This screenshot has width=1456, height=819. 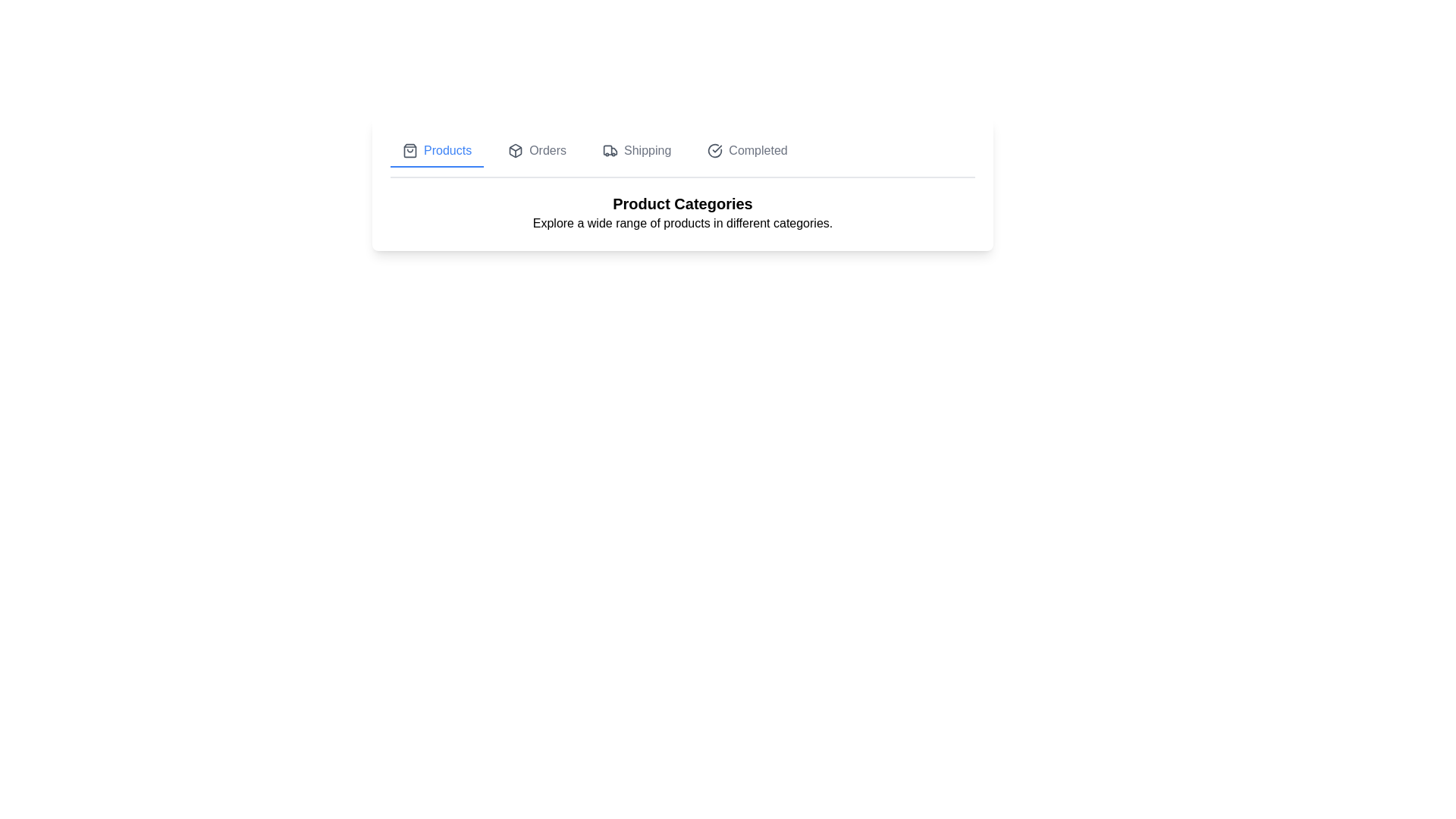 What do you see at coordinates (637, 152) in the screenshot?
I see `the third navigation button in the horizontal menu bar, which is related to shipping details, to change its color to blue` at bounding box center [637, 152].